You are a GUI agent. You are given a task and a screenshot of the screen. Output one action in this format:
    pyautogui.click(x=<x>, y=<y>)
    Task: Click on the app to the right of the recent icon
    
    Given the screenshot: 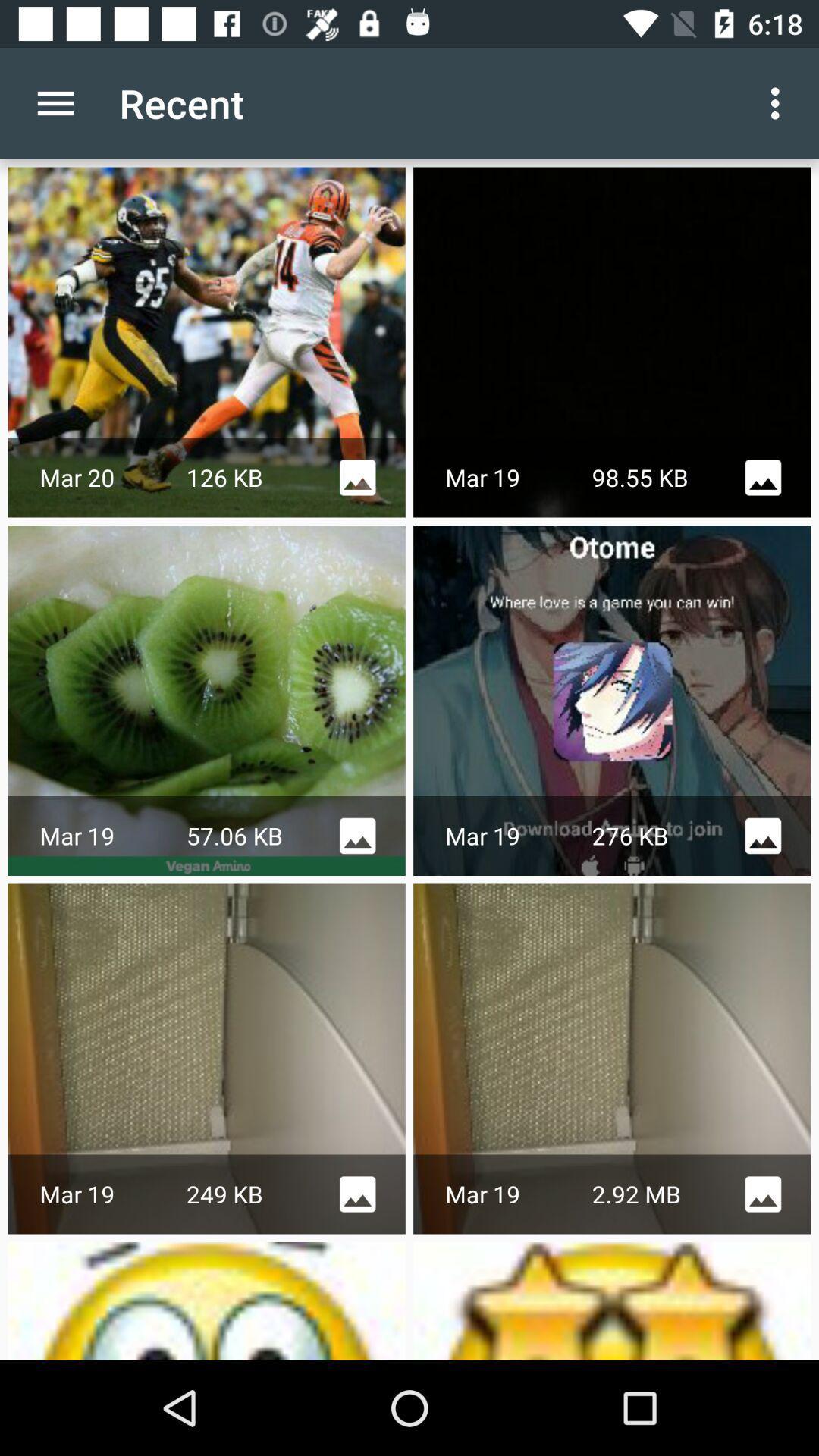 What is the action you would take?
    pyautogui.click(x=779, y=102)
    